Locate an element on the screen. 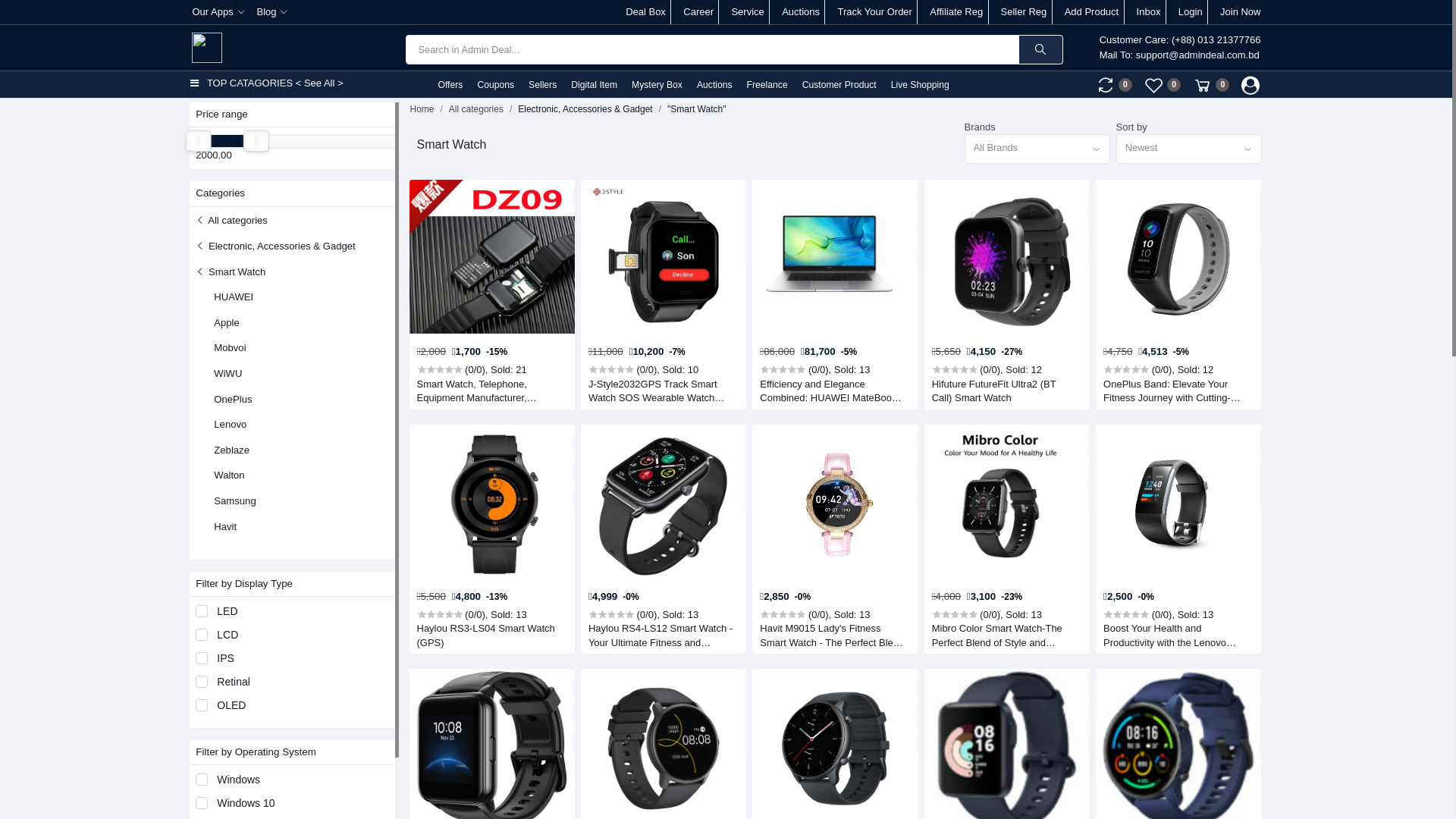  'Blog' is located at coordinates (271, 11).